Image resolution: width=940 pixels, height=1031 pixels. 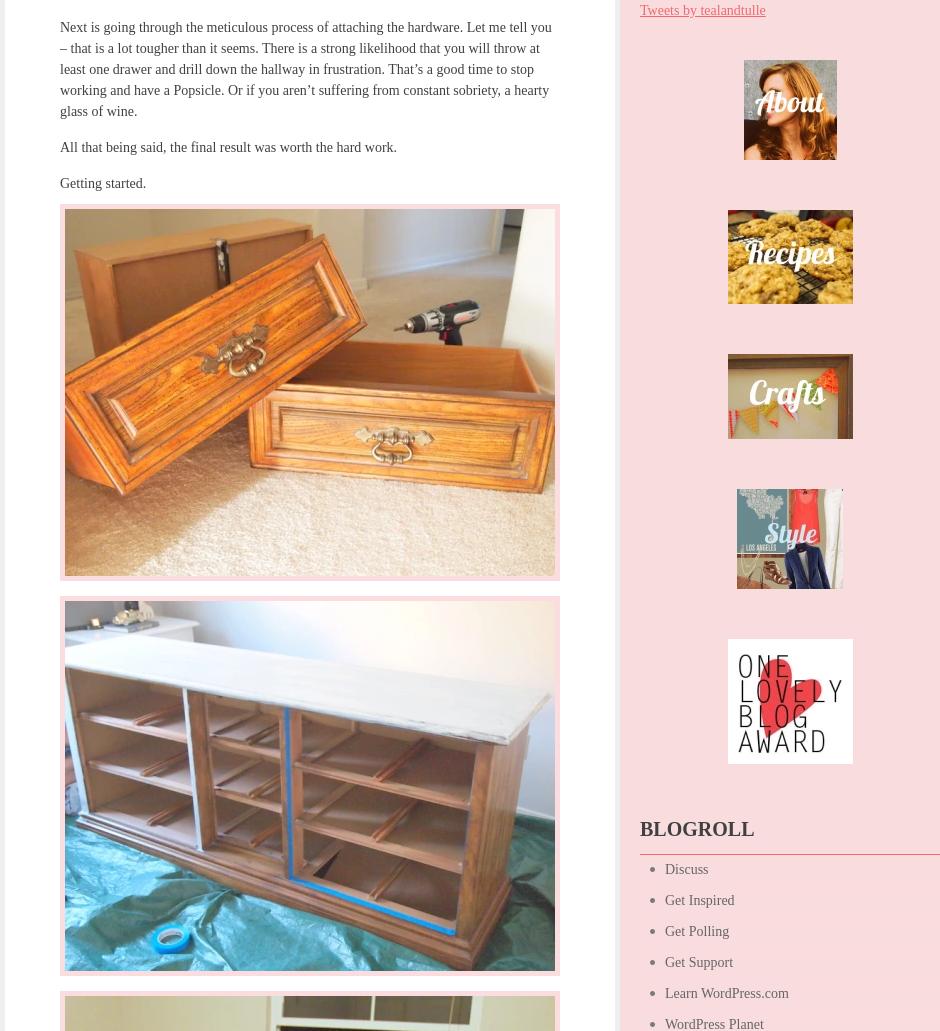 I want to click on 'Get Polling', so click(x=664, y=930).